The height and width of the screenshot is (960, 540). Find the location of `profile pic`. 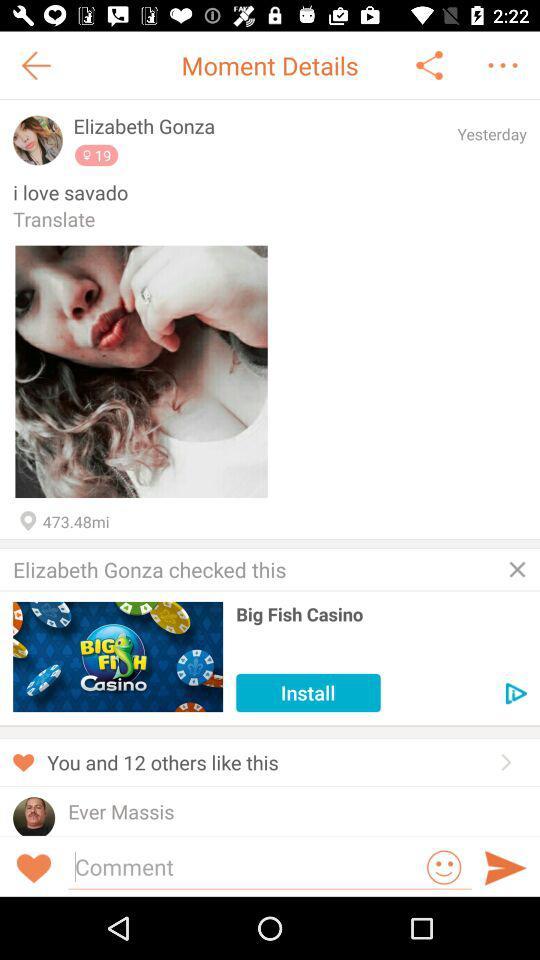

profile pic is located at coordinates (33, 816).